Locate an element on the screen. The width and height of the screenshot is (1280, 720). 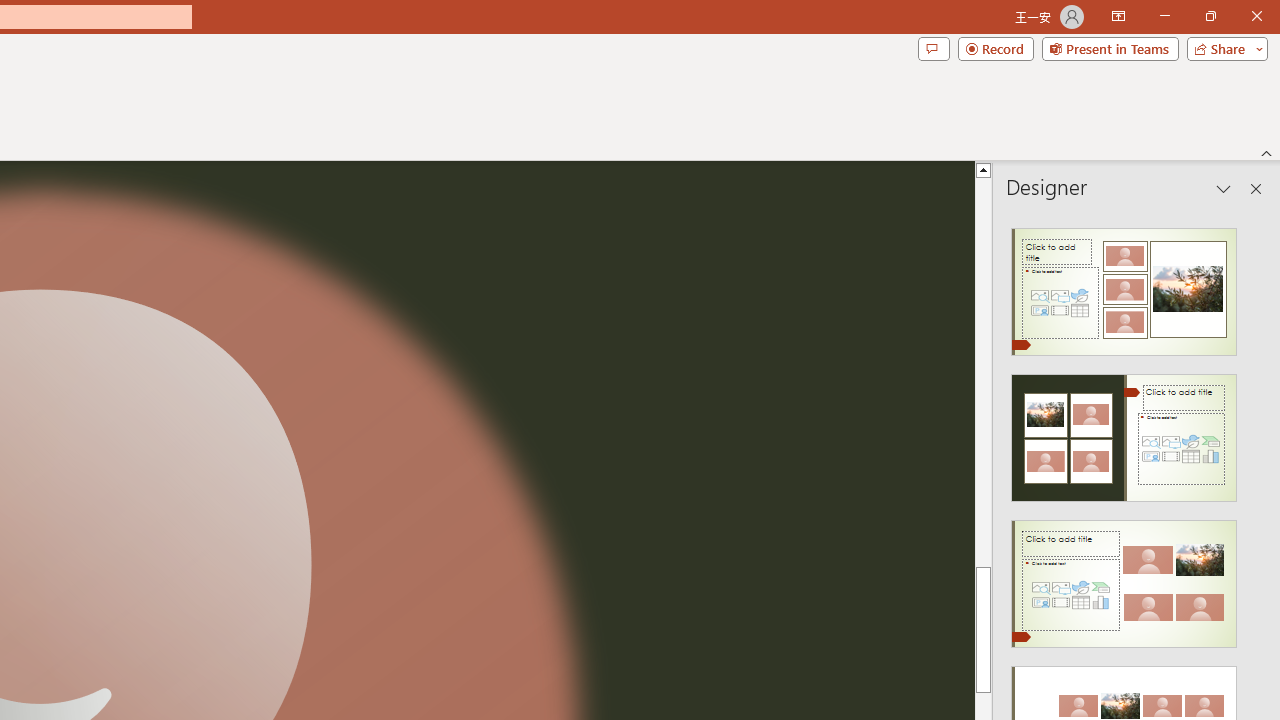
'Comments' is located at coordinates (932, 47).